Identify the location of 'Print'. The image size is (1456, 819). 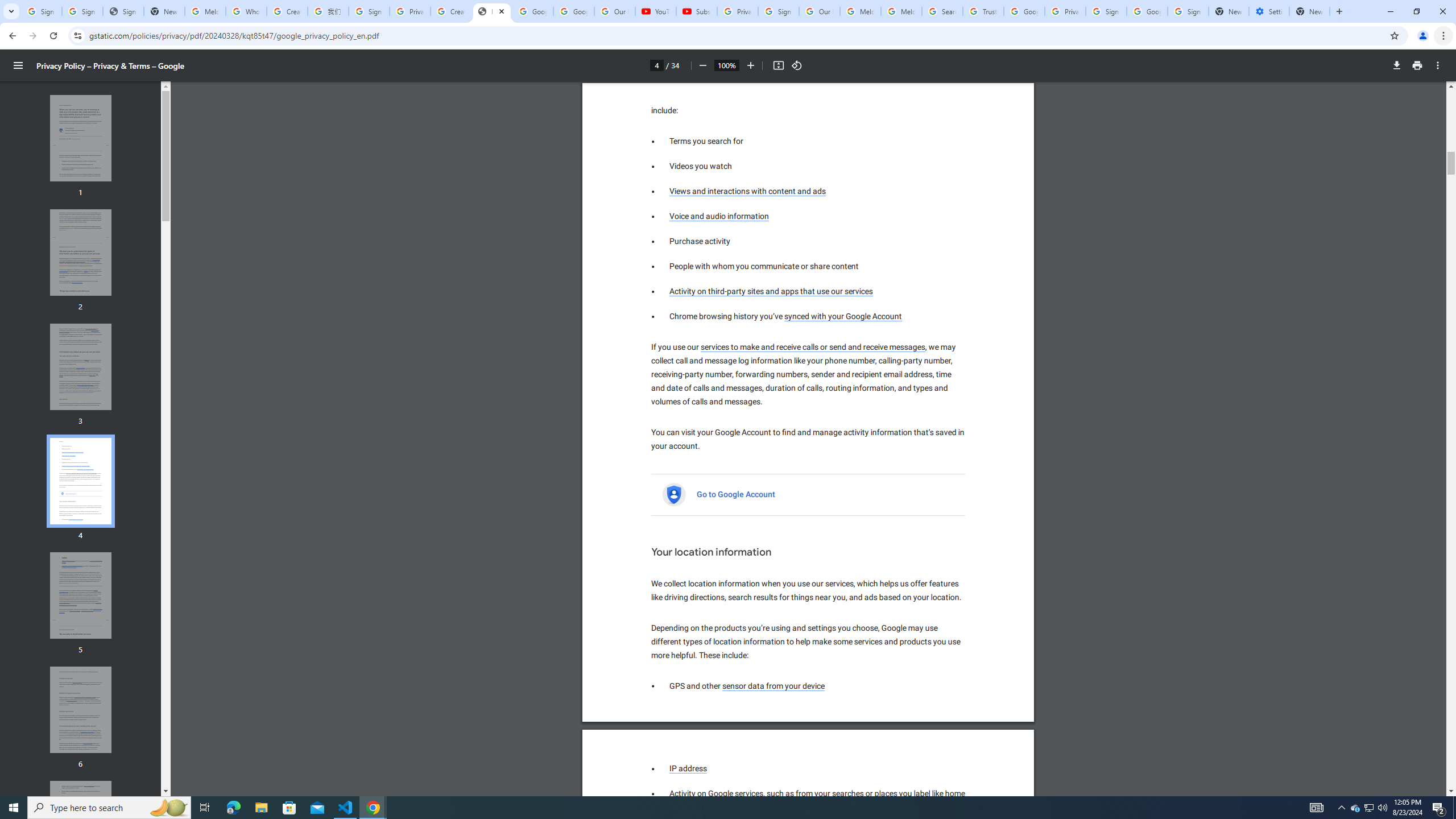
(1417, 65).